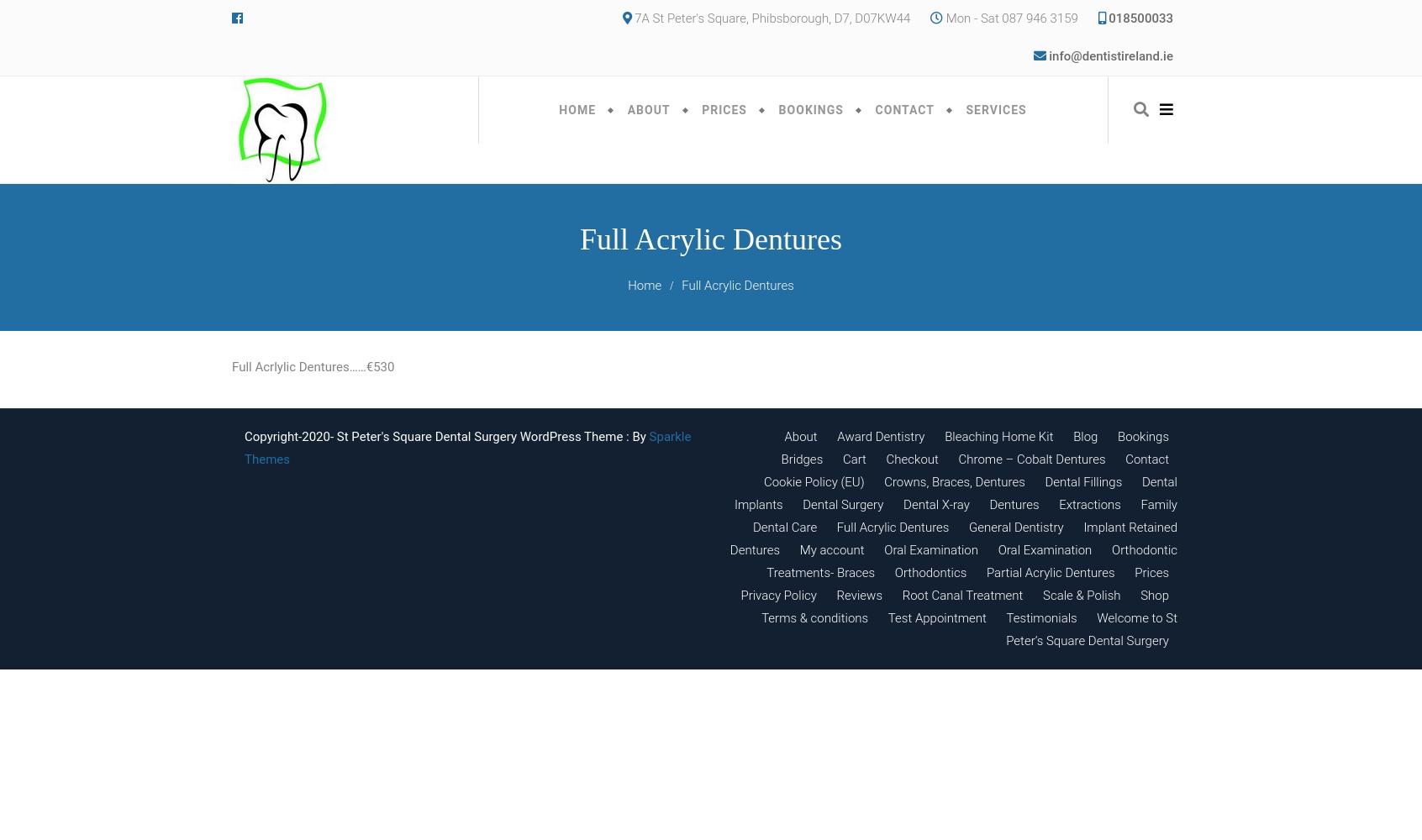 The height and width of the screenshot is (840, 1422). What do you see at coordinates (446, 437) in the screenshot?
I see `'Copyright-2020- St Peter's Square Dental Surgery WordPress Theme : By'` at bounding box center [446, 437].